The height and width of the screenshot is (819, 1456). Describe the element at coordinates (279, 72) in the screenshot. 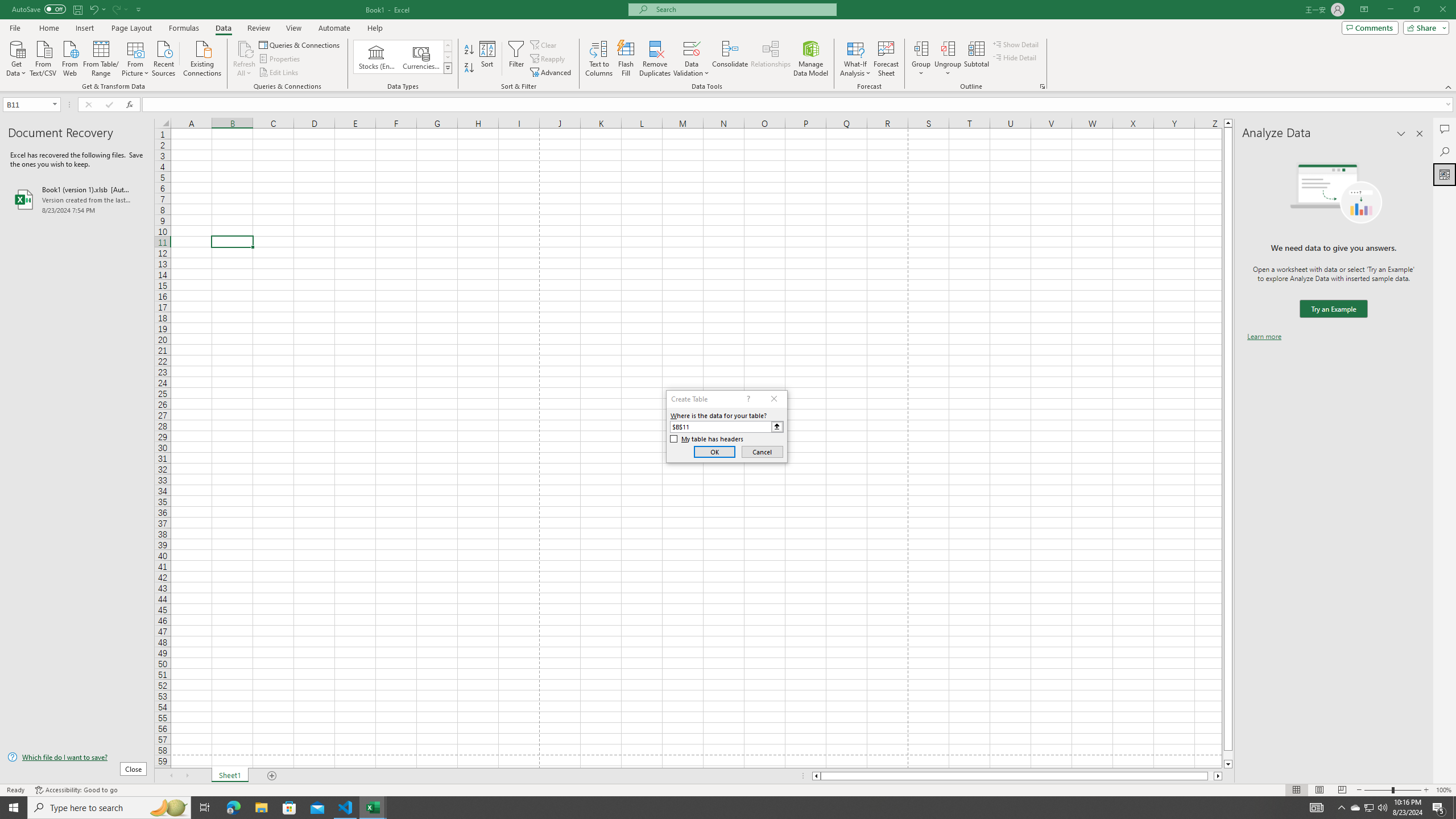

I see `'Edit Links'` at that location.